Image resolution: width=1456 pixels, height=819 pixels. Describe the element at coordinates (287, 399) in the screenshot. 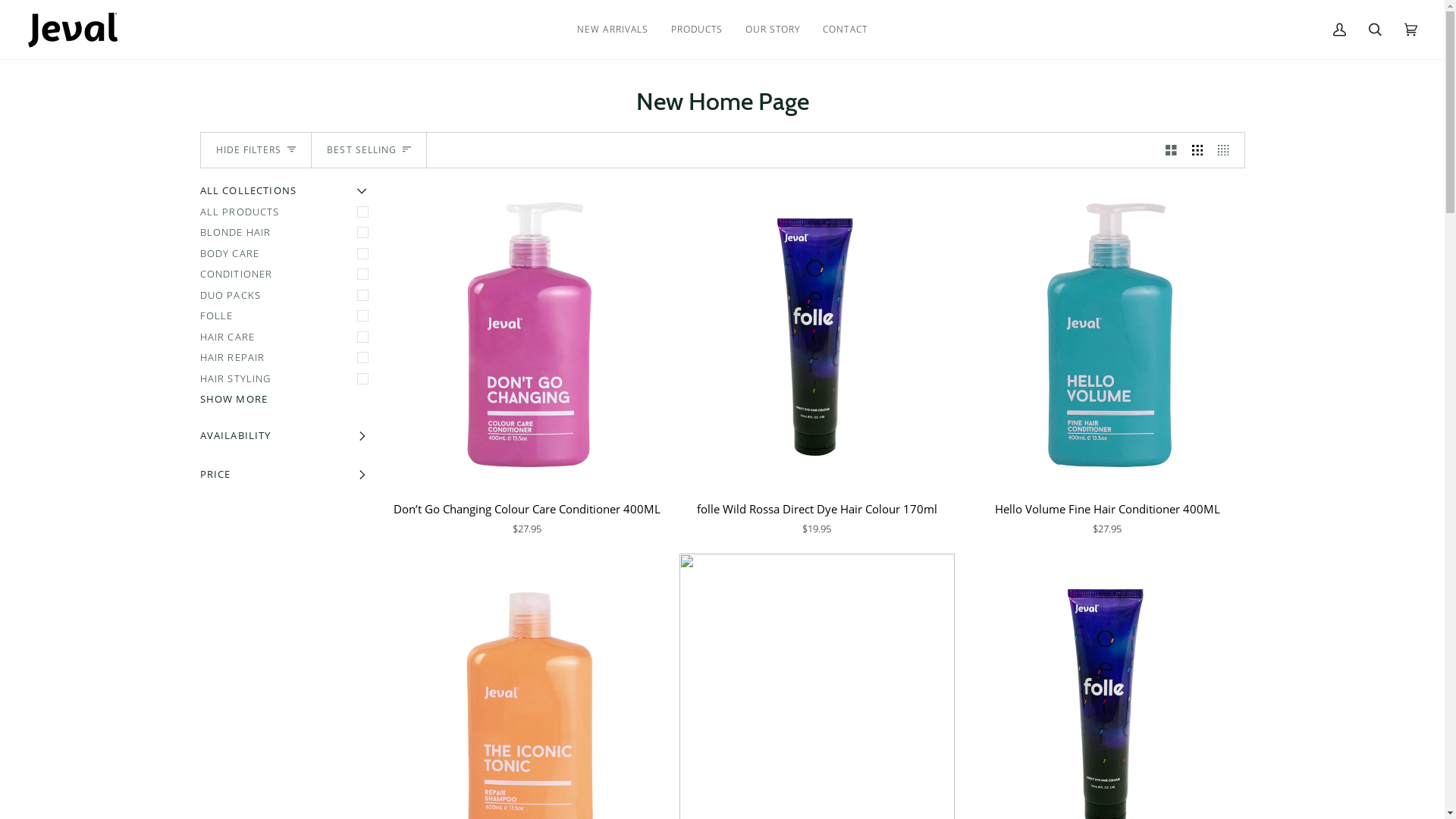

I see `'SHOW MORE'` at that location.